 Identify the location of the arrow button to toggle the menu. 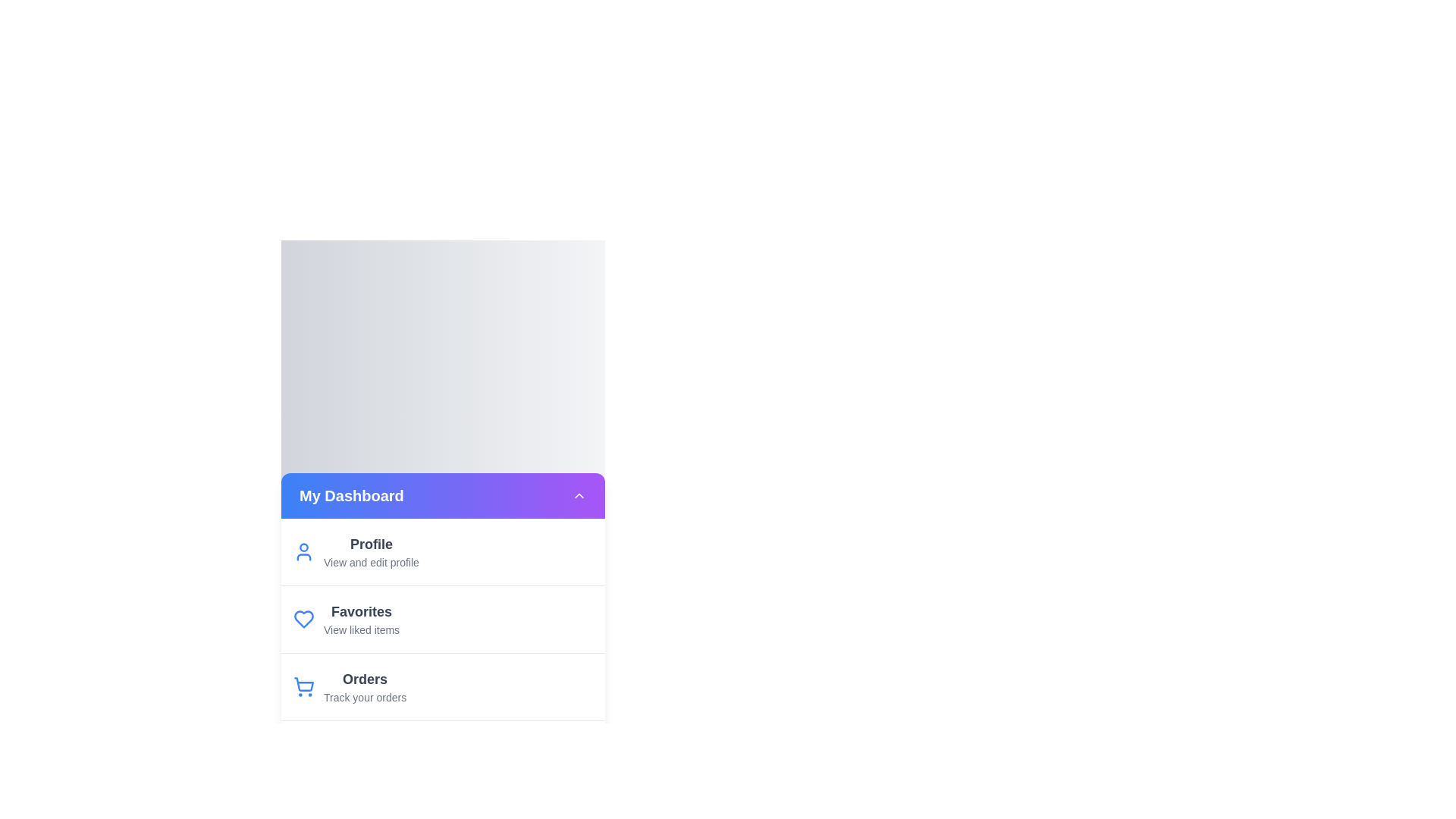
(578, 495).